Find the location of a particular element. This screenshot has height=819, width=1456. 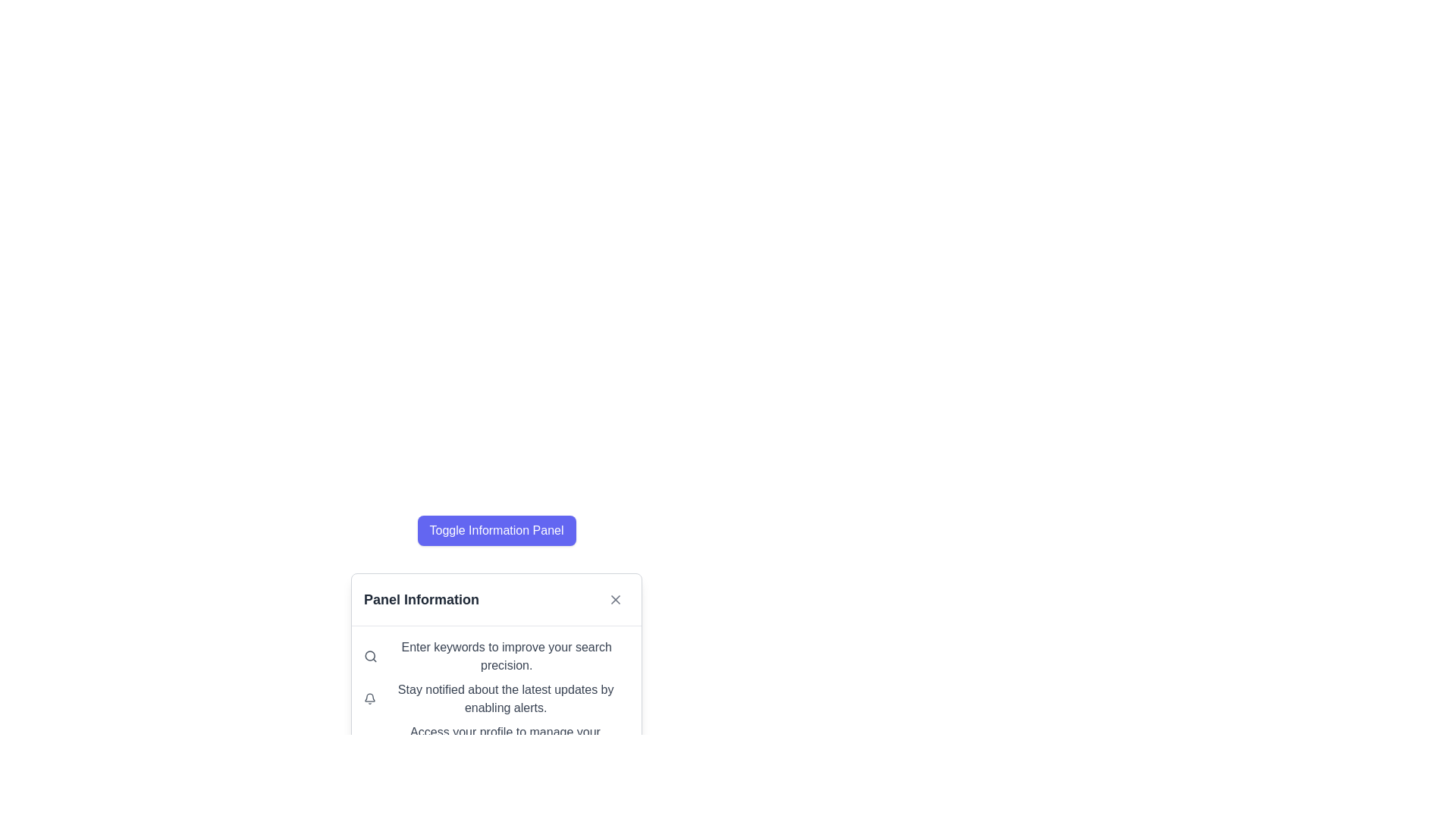

informational text with an icon that suggests entering keywords to refine search results, located at the top of the panel is located at coordinates (496, 656).